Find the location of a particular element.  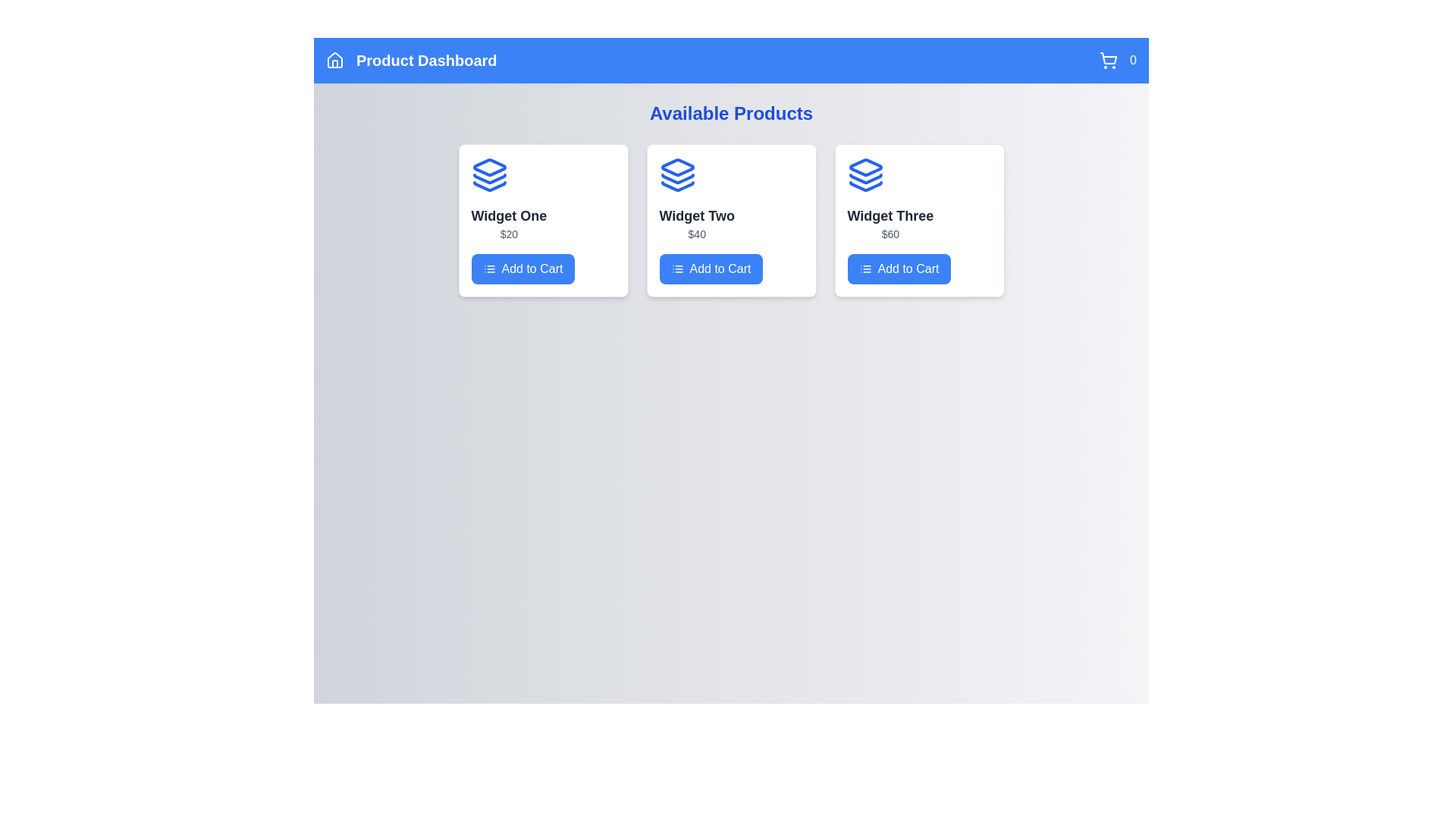

the add-to-cart button located at the bottom-central section of the 'Widget One $20' card for accessibility navigation is located at coordinates (523, 268).